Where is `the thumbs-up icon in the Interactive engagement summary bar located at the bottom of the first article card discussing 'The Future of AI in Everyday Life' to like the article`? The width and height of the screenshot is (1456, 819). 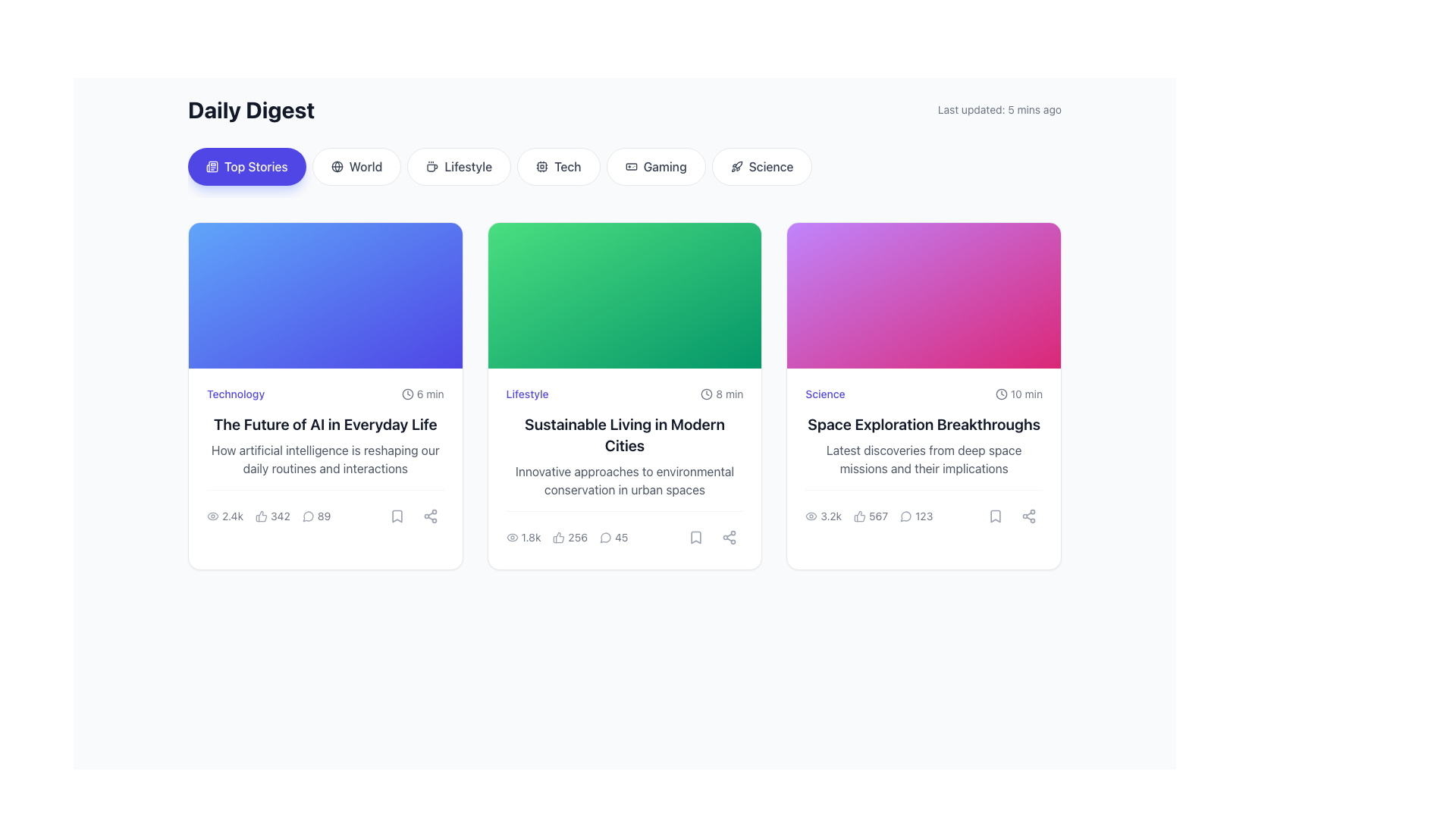
the thumbs-up icon in the Interactive engagement summary bar located at the bottom of the first article card discussing 'The Future of AI in Everyday Life' to like the article is located at coordinates (268, 516).